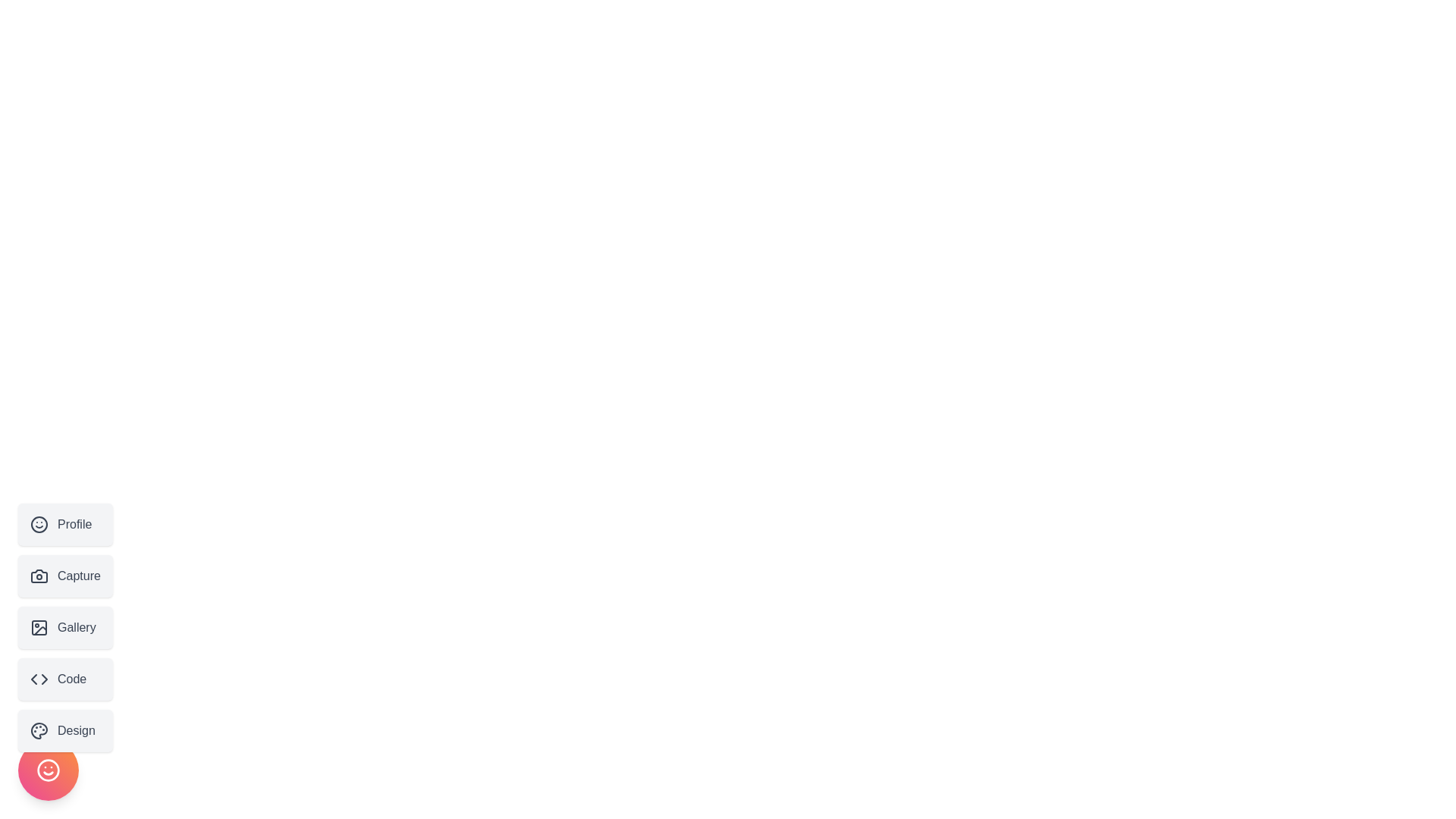 The image size is (1456, 819). Describe the element at coordinates (39, 576) in the screenshot. I see `the camera icon located to the left of the 'Capture' text in the vertical menu` at that location.